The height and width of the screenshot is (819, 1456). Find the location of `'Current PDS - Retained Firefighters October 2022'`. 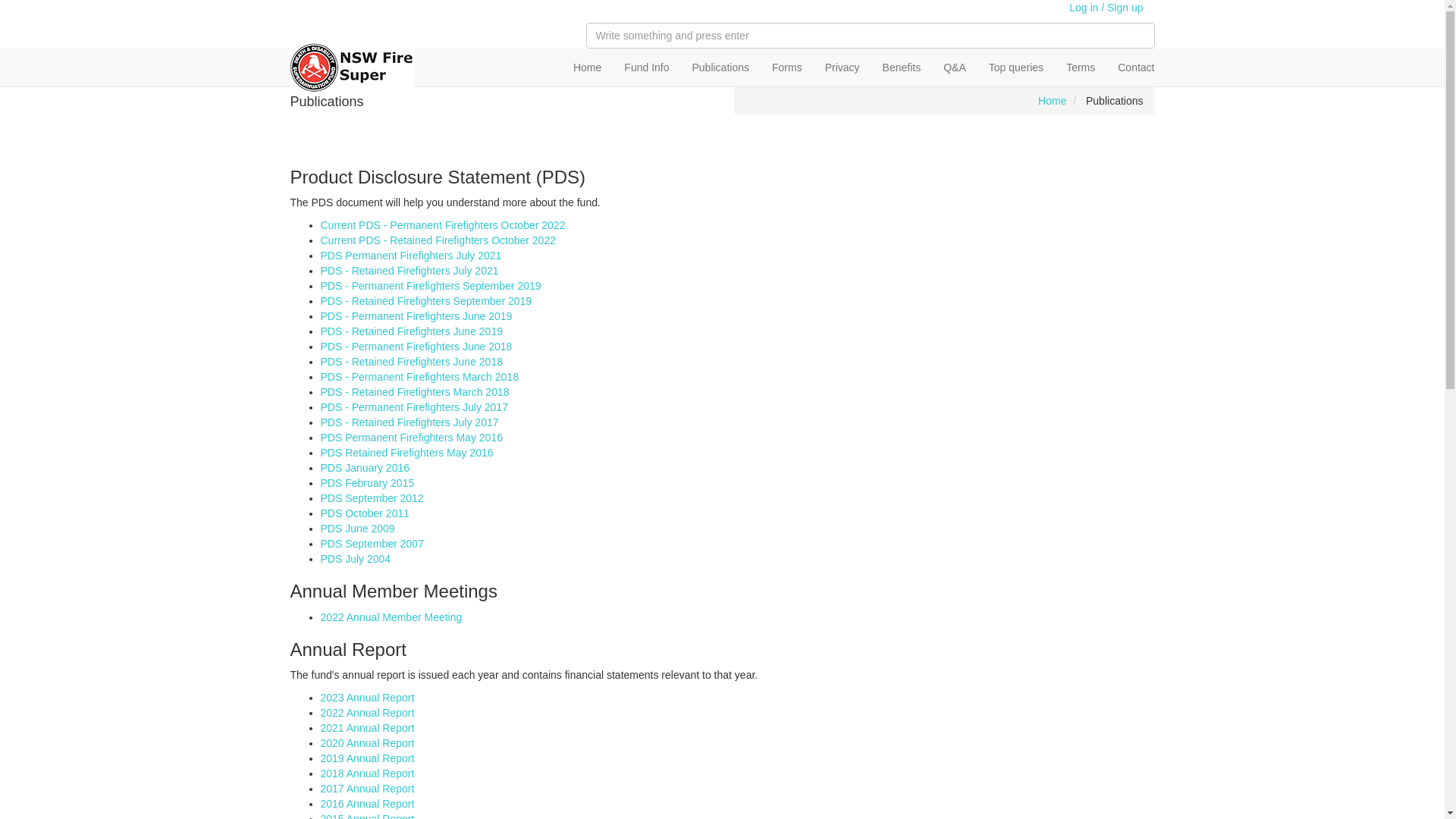

'Current PDS - Retained Firefighters October 2022' is located at coordinates (436, 239).